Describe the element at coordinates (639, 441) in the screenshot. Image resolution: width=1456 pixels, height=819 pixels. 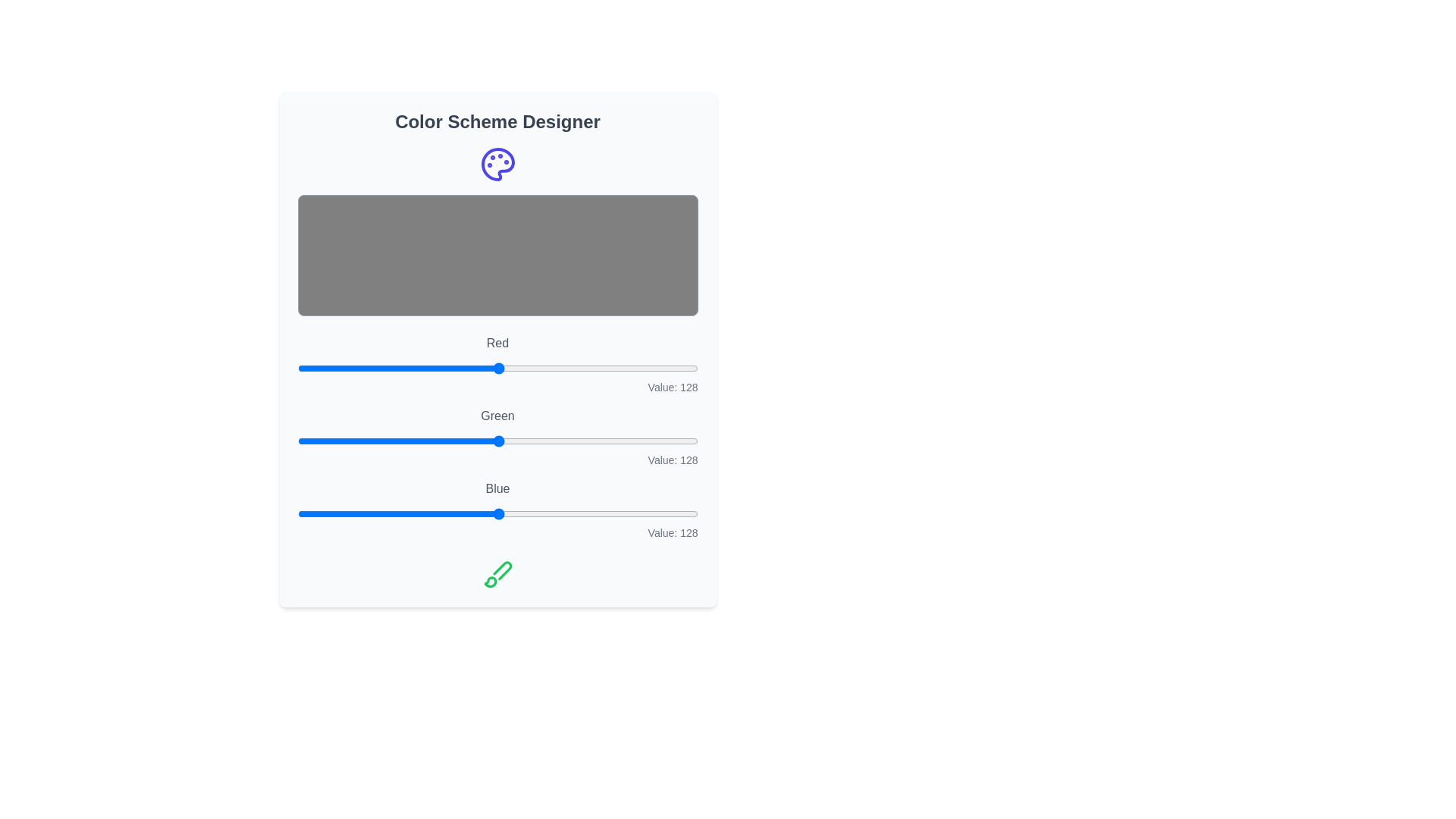
I see `the green color value` at that location.